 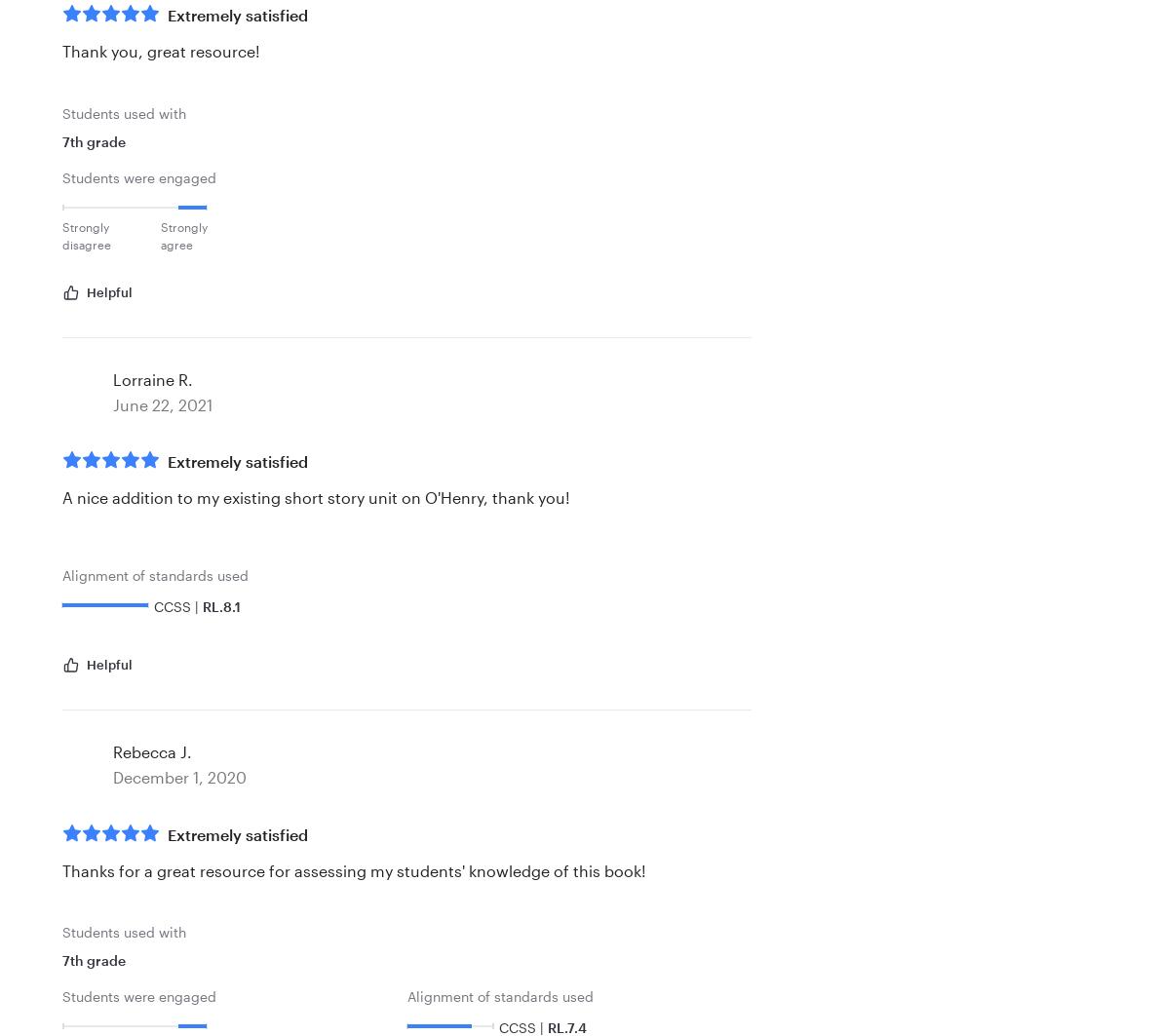 I want to click on 'Thanks for a great resource for assessing my students' knowledge of this book!', so click(x=354, y=868).